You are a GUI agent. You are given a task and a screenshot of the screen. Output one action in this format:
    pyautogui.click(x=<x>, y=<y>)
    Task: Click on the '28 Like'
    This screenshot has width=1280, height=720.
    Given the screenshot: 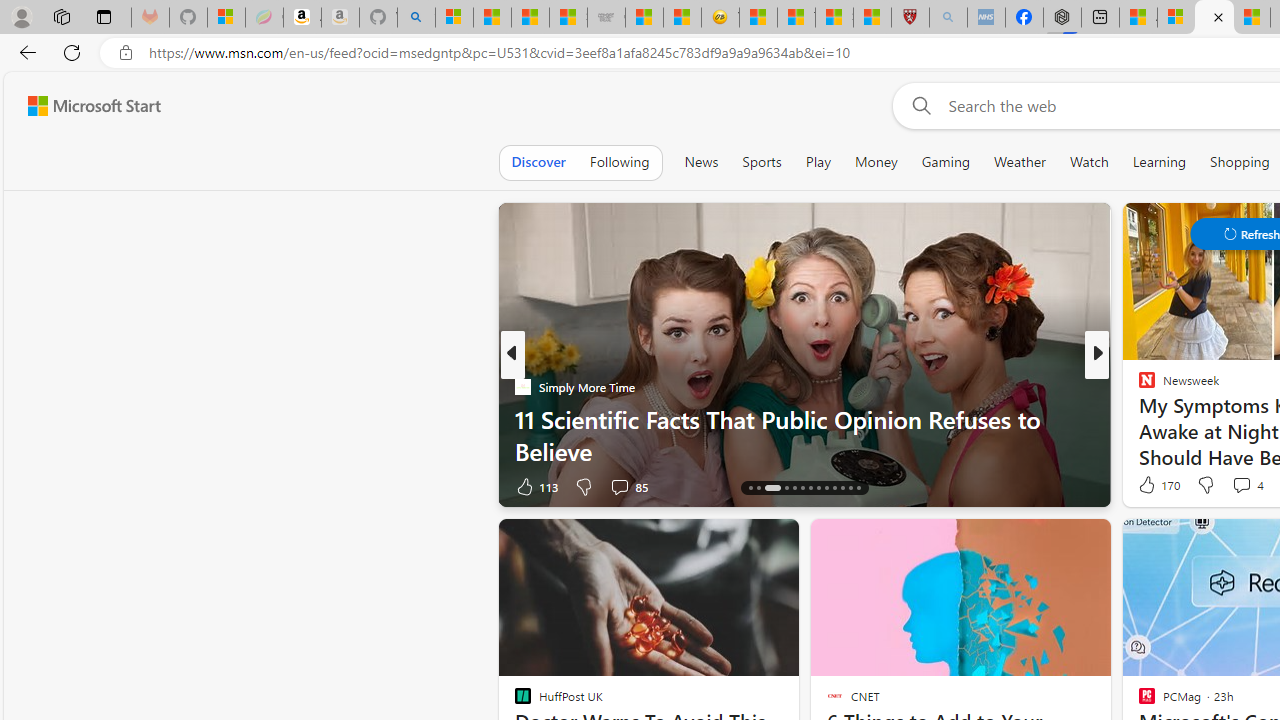 What is the action you would take?
    pyautogui.click(x=1149, y=486)
    